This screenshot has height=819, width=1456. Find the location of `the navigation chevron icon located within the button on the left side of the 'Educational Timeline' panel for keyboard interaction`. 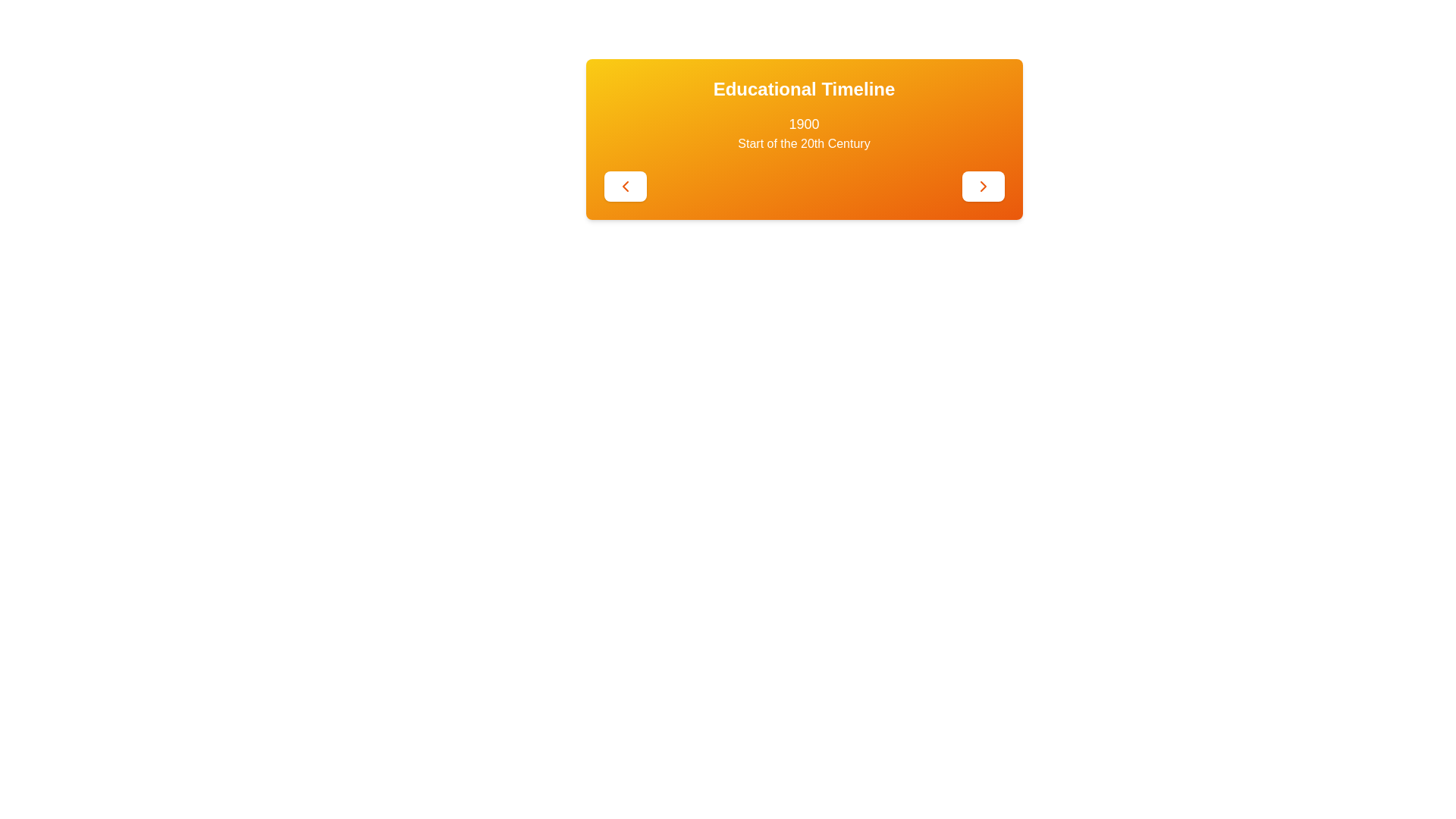

the navigation chevron icon located within the button on the left side of the 'Educational Timeline' panel for keyboard interaction is located at coordinates (625, 186).